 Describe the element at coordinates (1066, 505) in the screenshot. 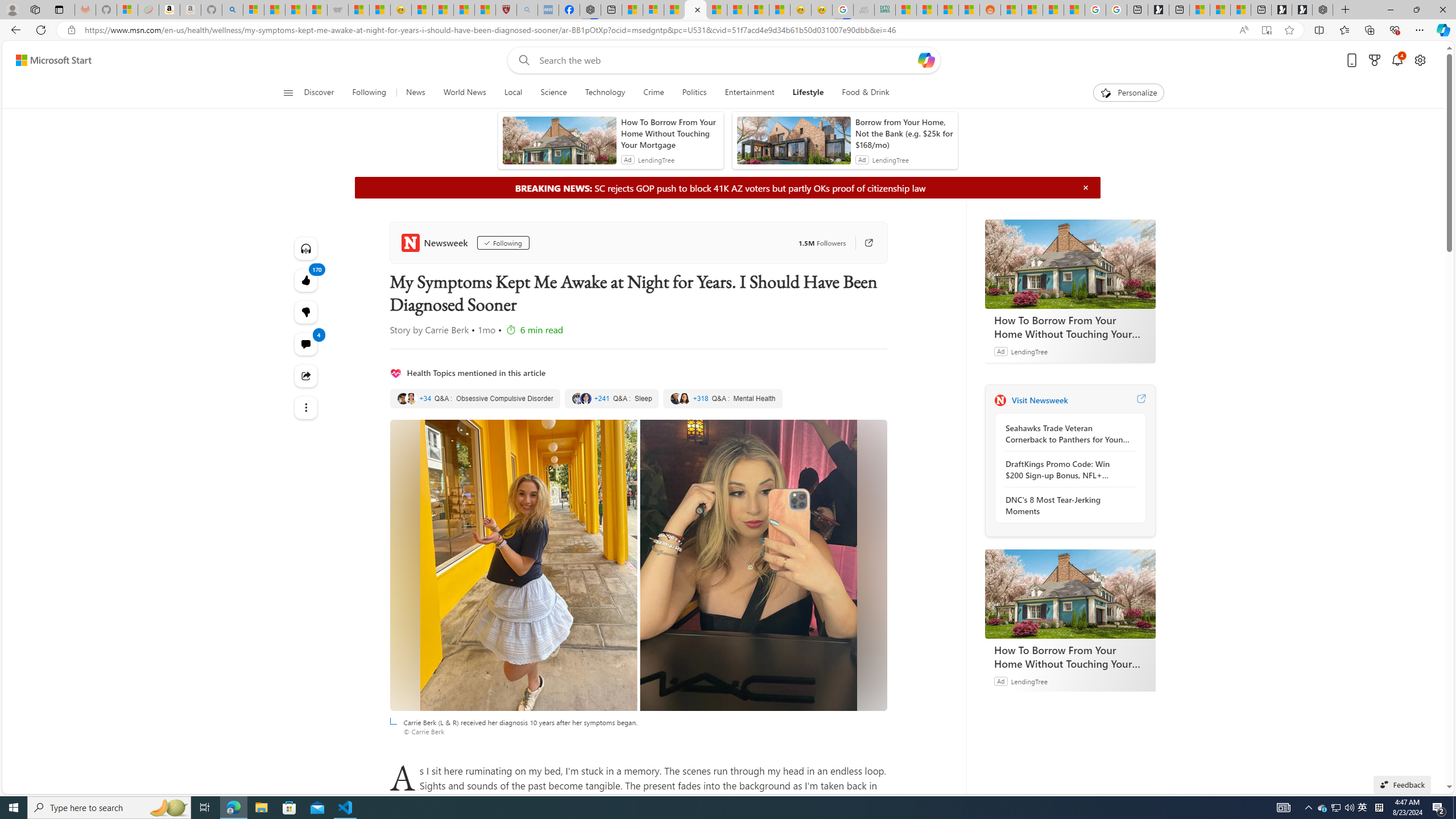

I see `'DNC'` at that location.